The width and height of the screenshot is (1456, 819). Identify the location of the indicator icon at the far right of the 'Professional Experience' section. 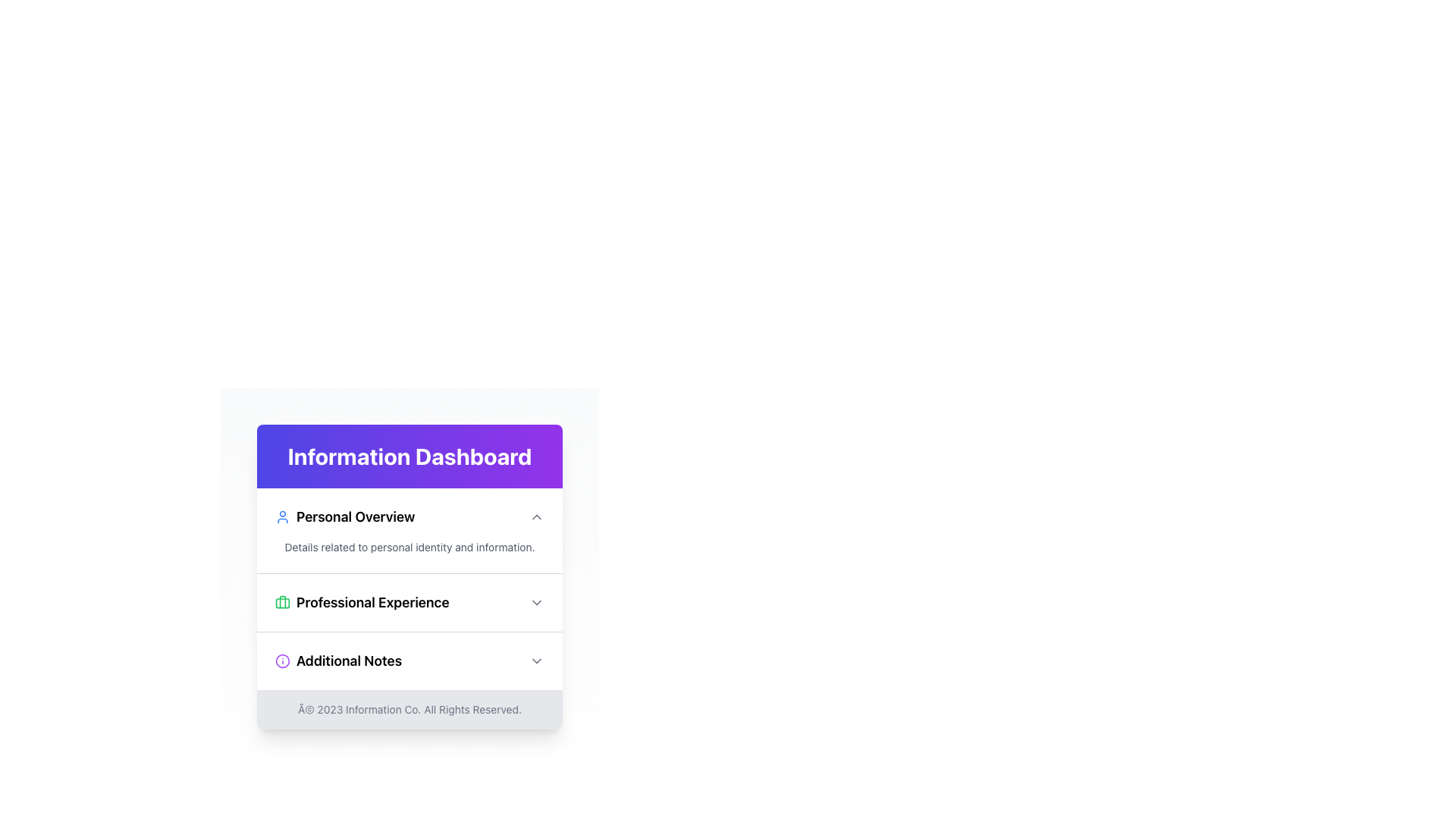
(537, 601).